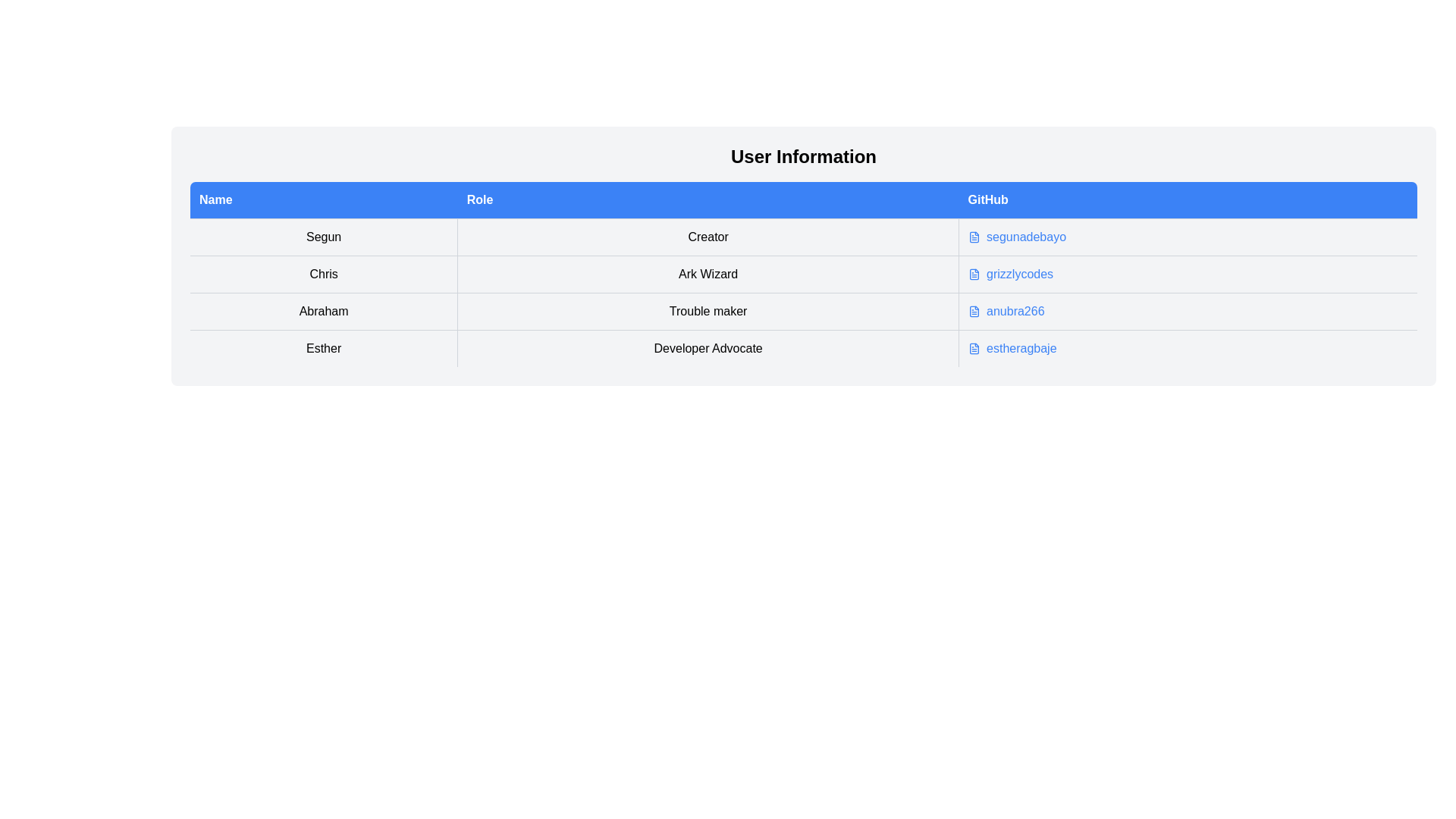  Describe the element at coordinates (974, 237) in the screenshot. I see `the document icon in the 'GitHub' column next to the row labeled 'Sagun'` at that location.